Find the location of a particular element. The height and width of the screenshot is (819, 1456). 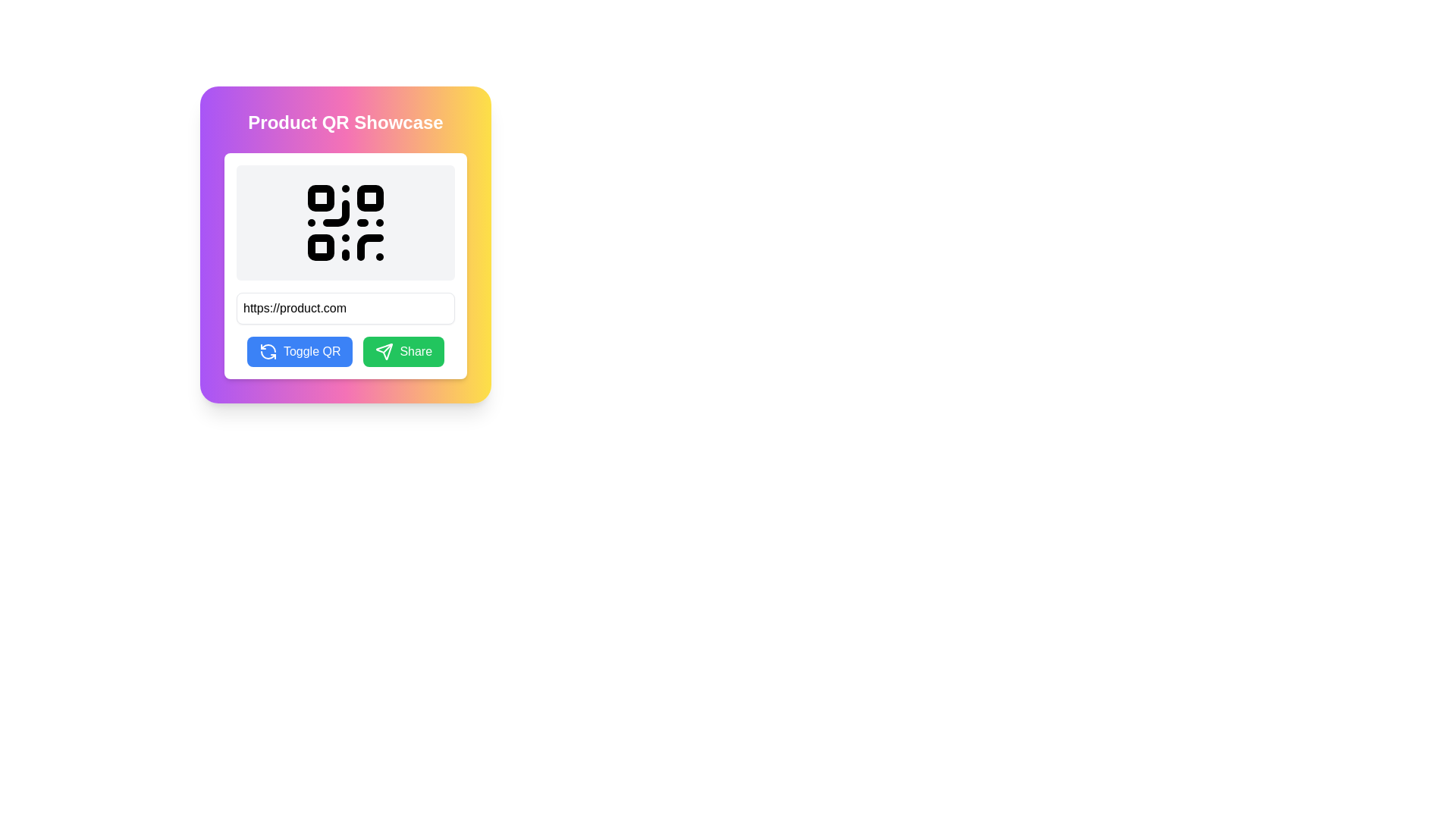

the blue 'Toggle QR' button with white text and a circular arrow icon is located at coordinates (345, 351).